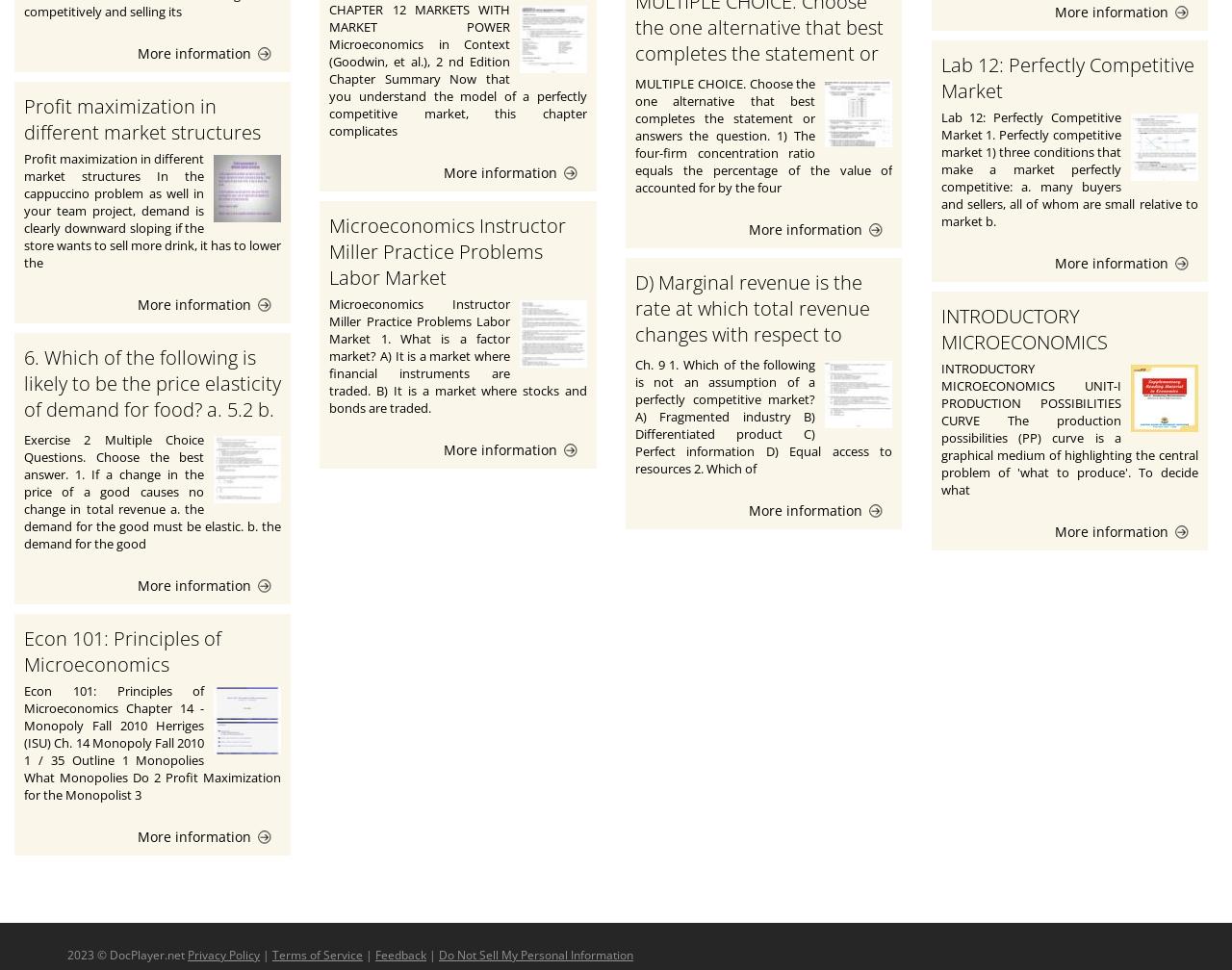 This screenshot has height=970, width=1232. What do you see at coordinates (317, 955) in the screenshot?
I see `'Terms of Service'` at bounding box center [317, 955].